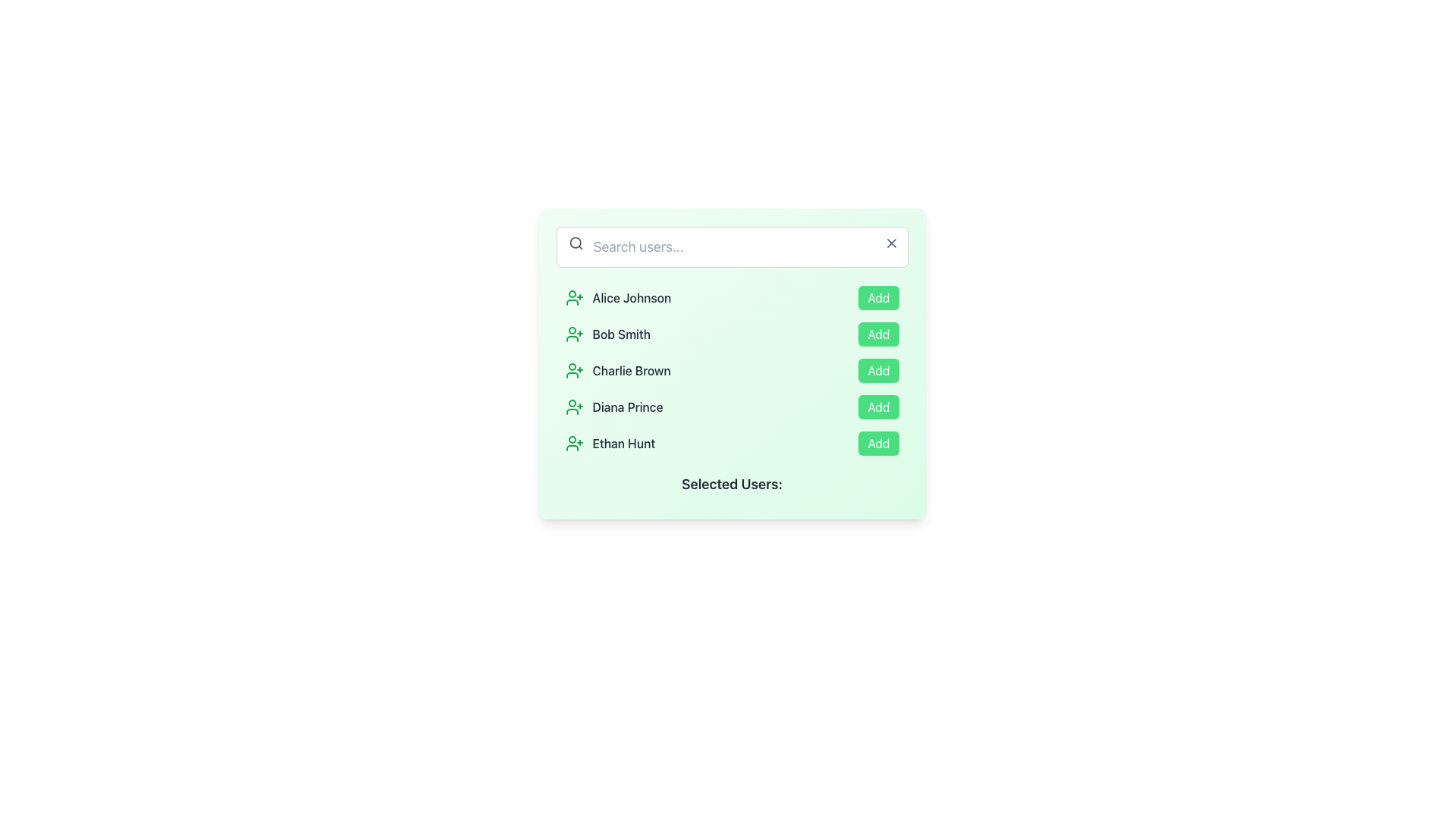 The image size is (1456, 819). I want to click on the small gray magnifying glass icon located inside the search bar on the left side, so click(575, 242).